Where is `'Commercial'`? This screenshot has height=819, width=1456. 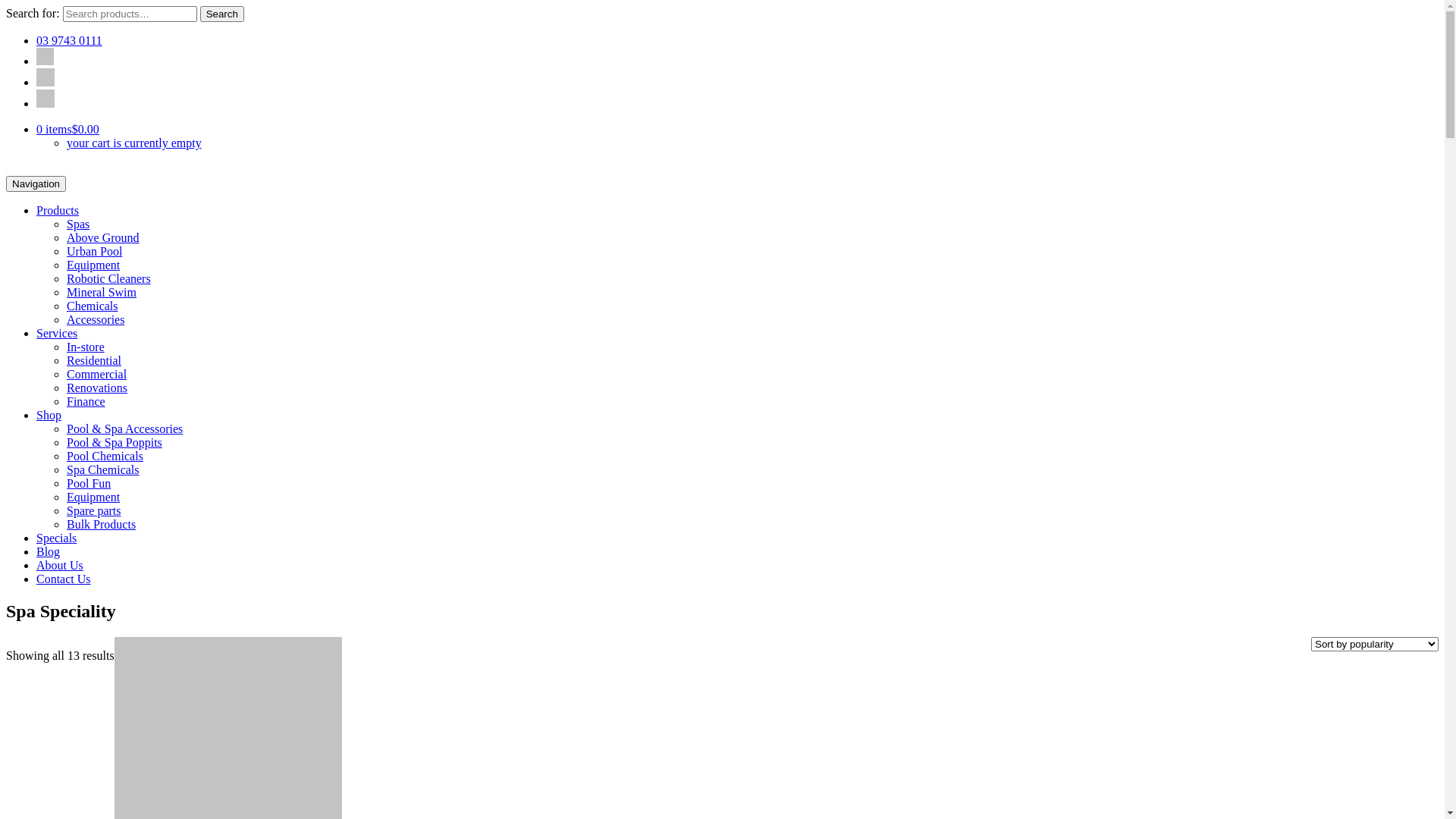 'Commercial' is located at coordinates (96, 374).